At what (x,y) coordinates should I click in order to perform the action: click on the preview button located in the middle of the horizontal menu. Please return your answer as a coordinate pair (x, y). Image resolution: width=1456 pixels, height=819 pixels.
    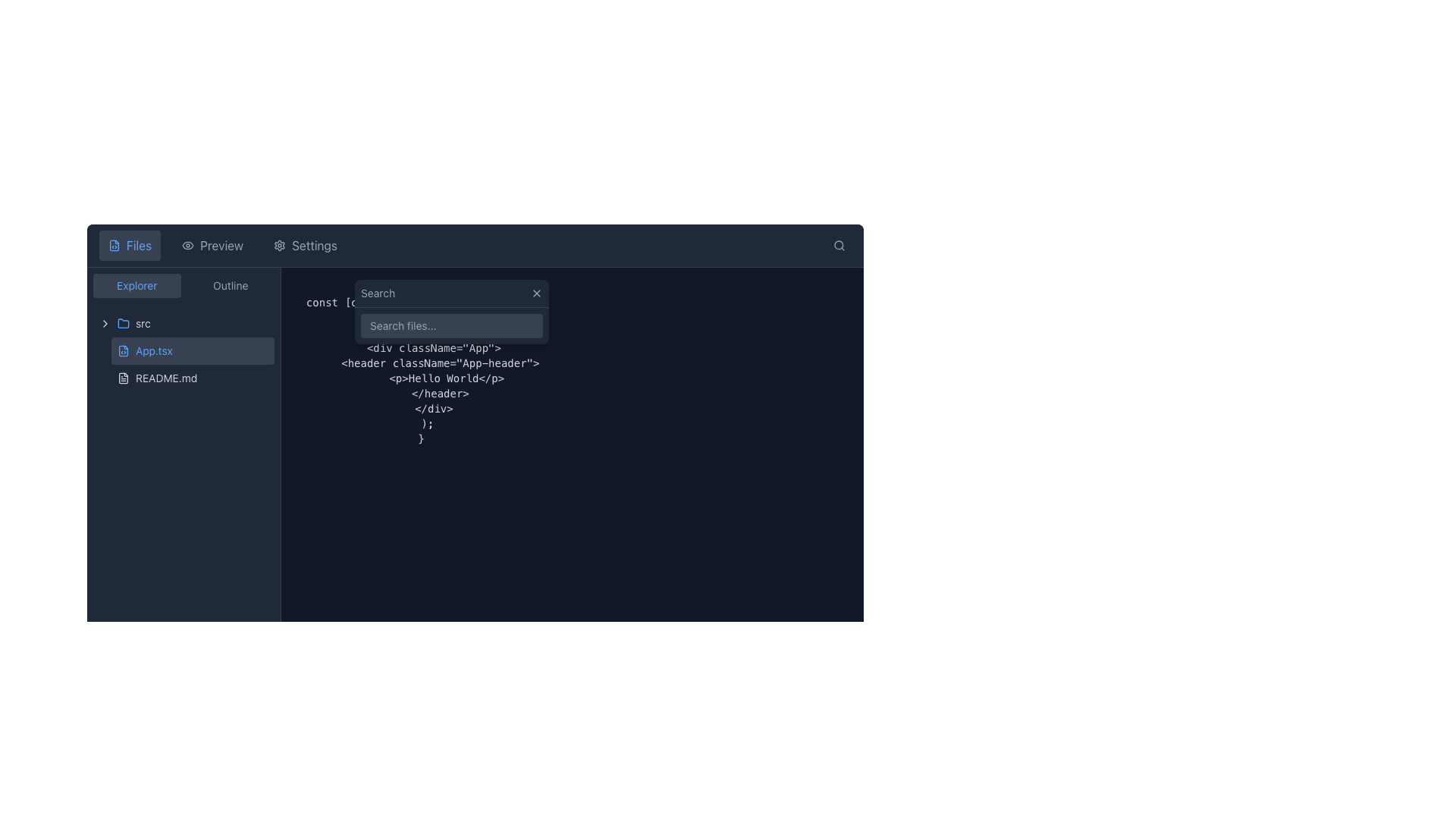
    Looking at the image, I should click on (212, 245).